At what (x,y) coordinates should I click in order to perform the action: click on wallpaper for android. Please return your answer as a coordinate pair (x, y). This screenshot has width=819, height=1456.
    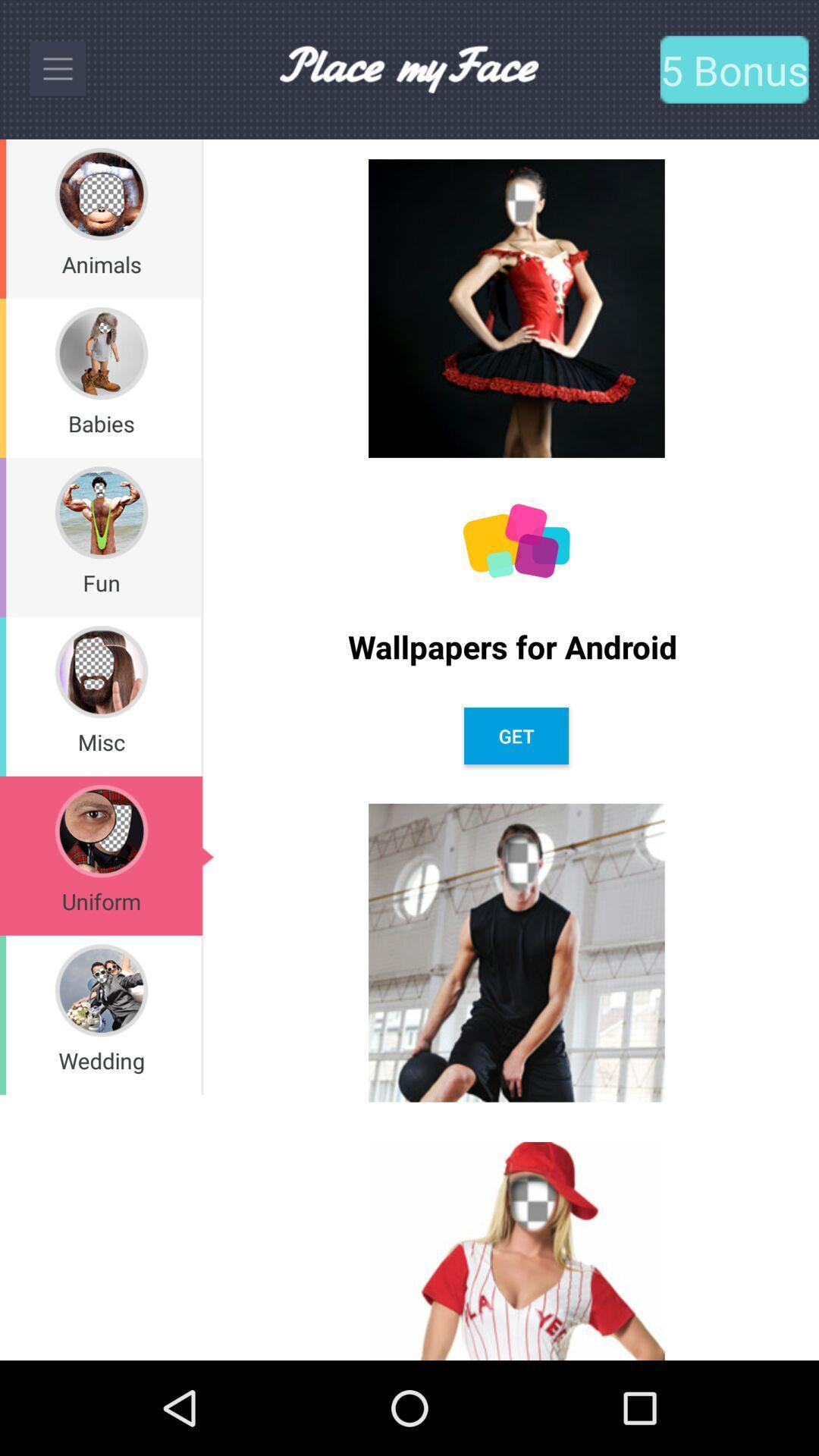
    Looking at the image, I should click on (516, 541).